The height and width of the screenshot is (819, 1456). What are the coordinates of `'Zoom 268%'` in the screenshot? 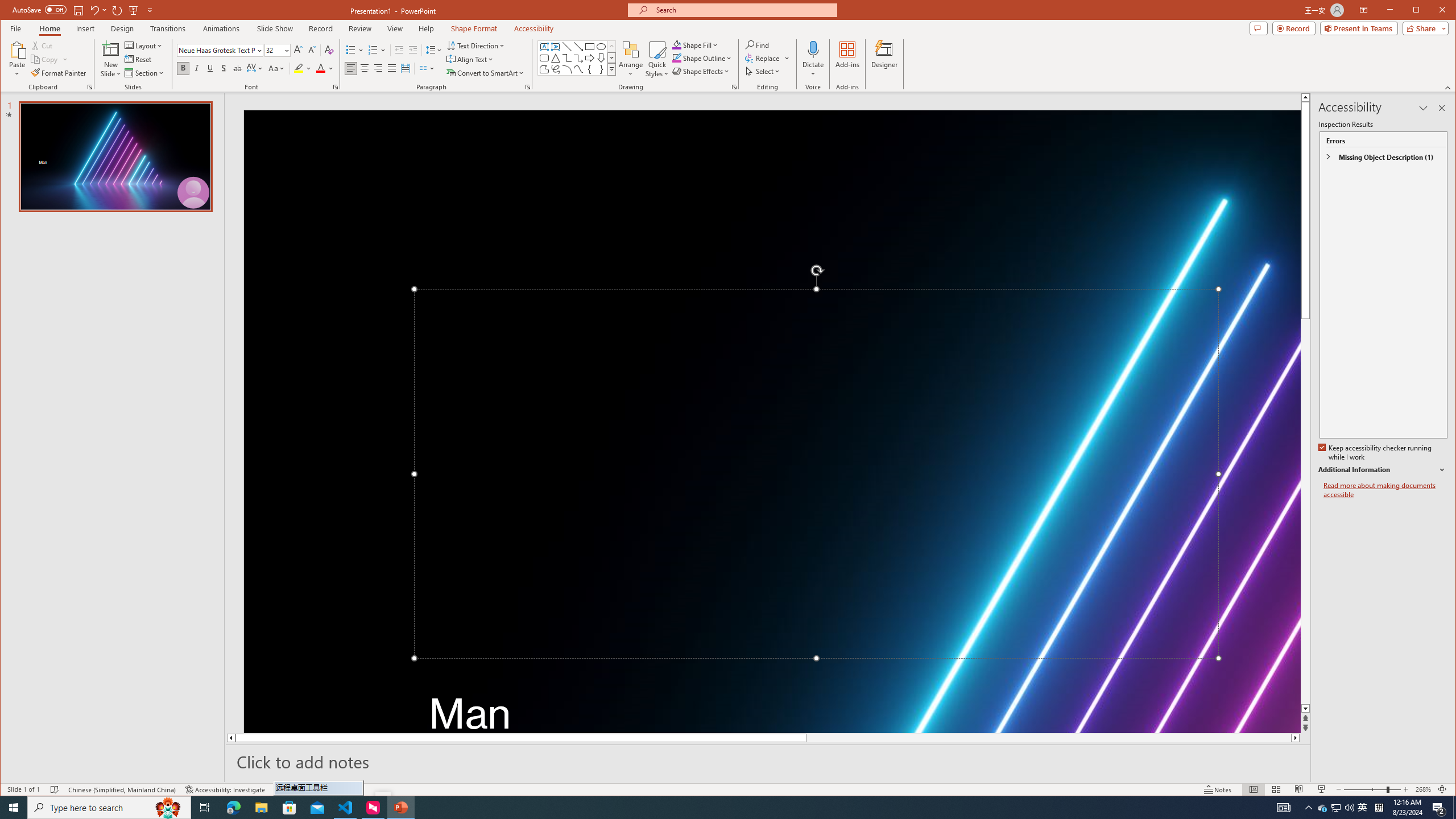 It's located at (1423, 789).